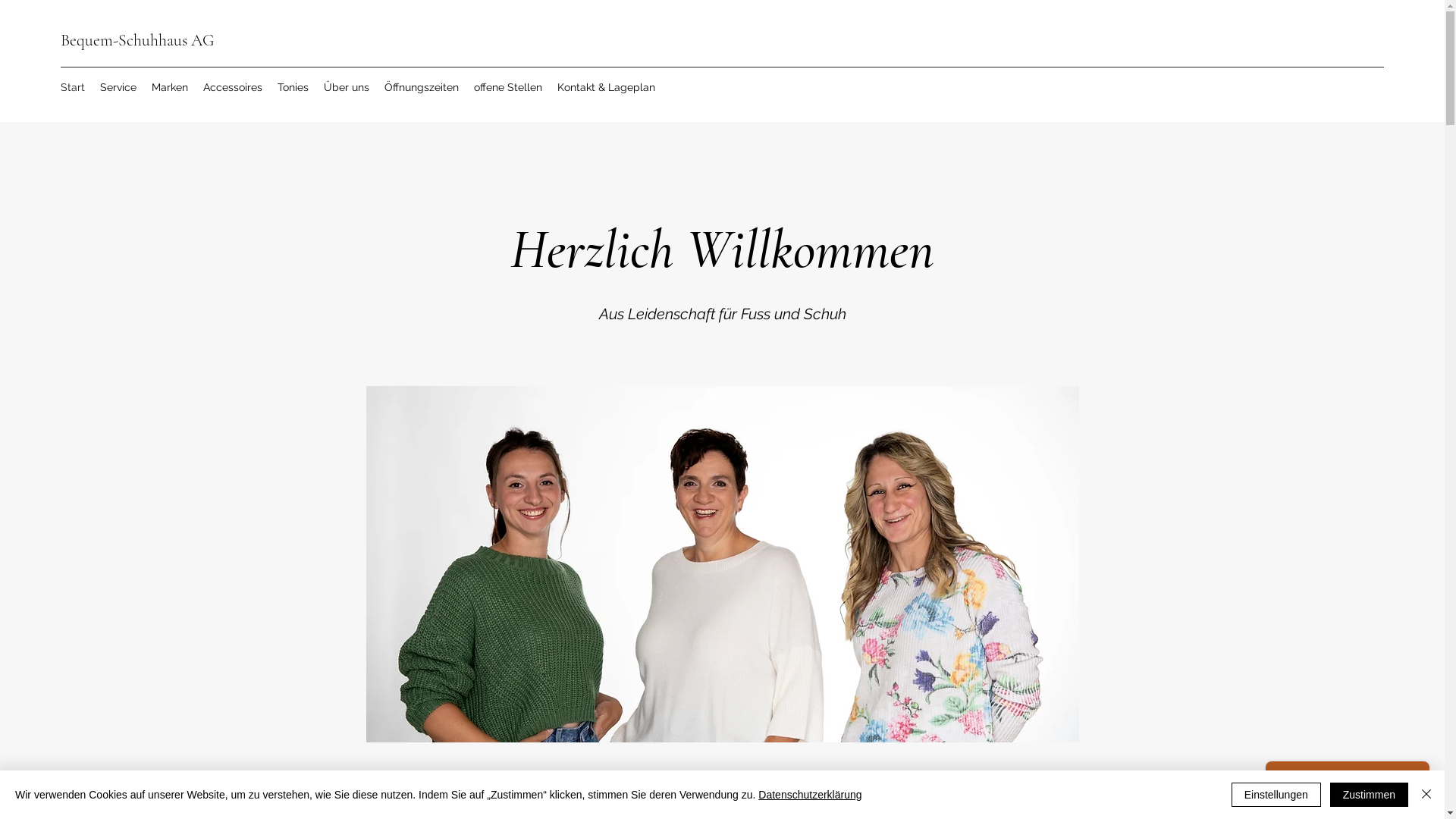 This screenshot has width=1456, height=819. What do you see at coordinates (72, 87) in the screenshot?
I see `'Start'` at bounding box center [72, 87].